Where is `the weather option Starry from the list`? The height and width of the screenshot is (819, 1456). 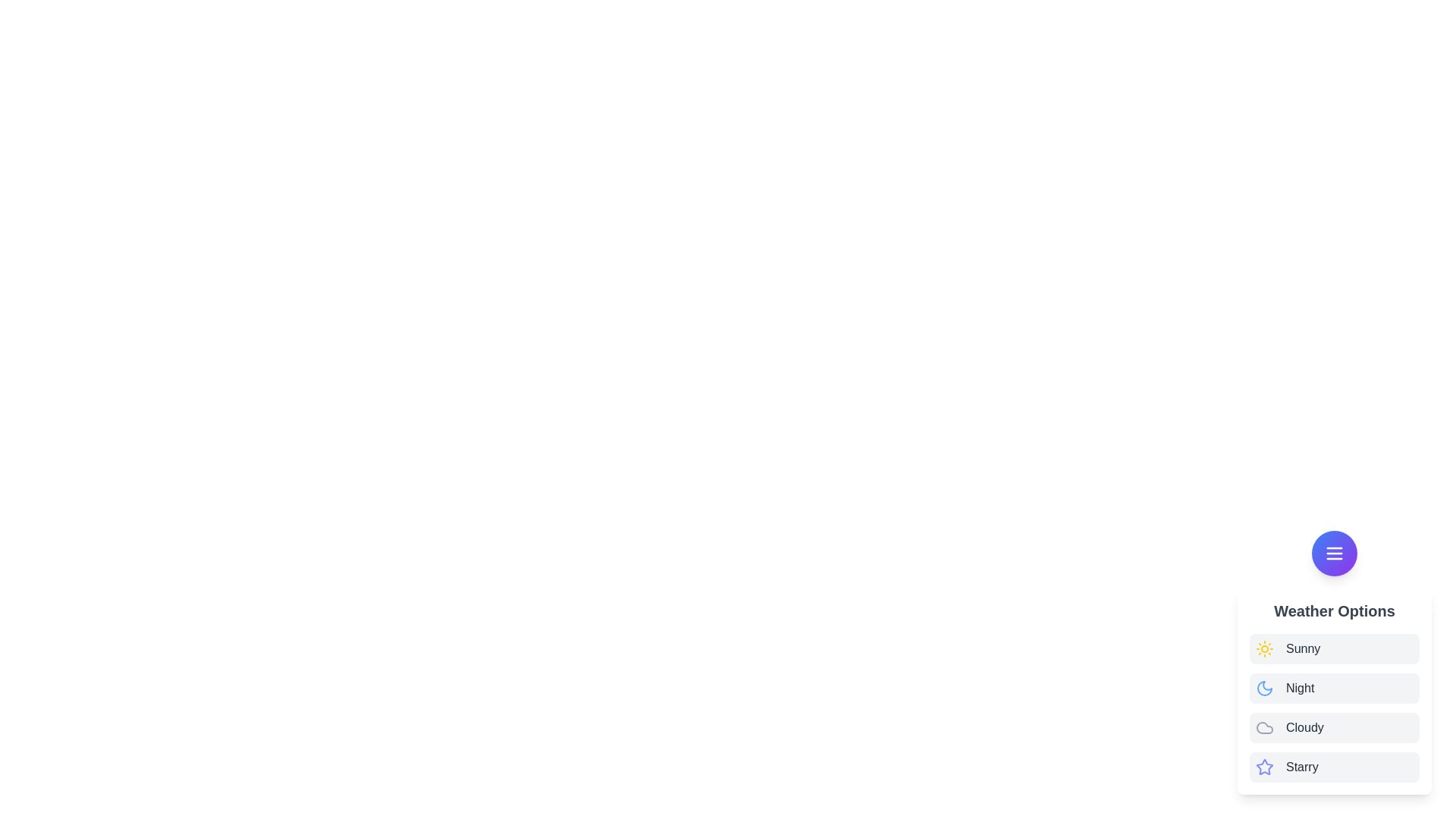 the weather option Starry from the list is located at coordinates (1335, 767).